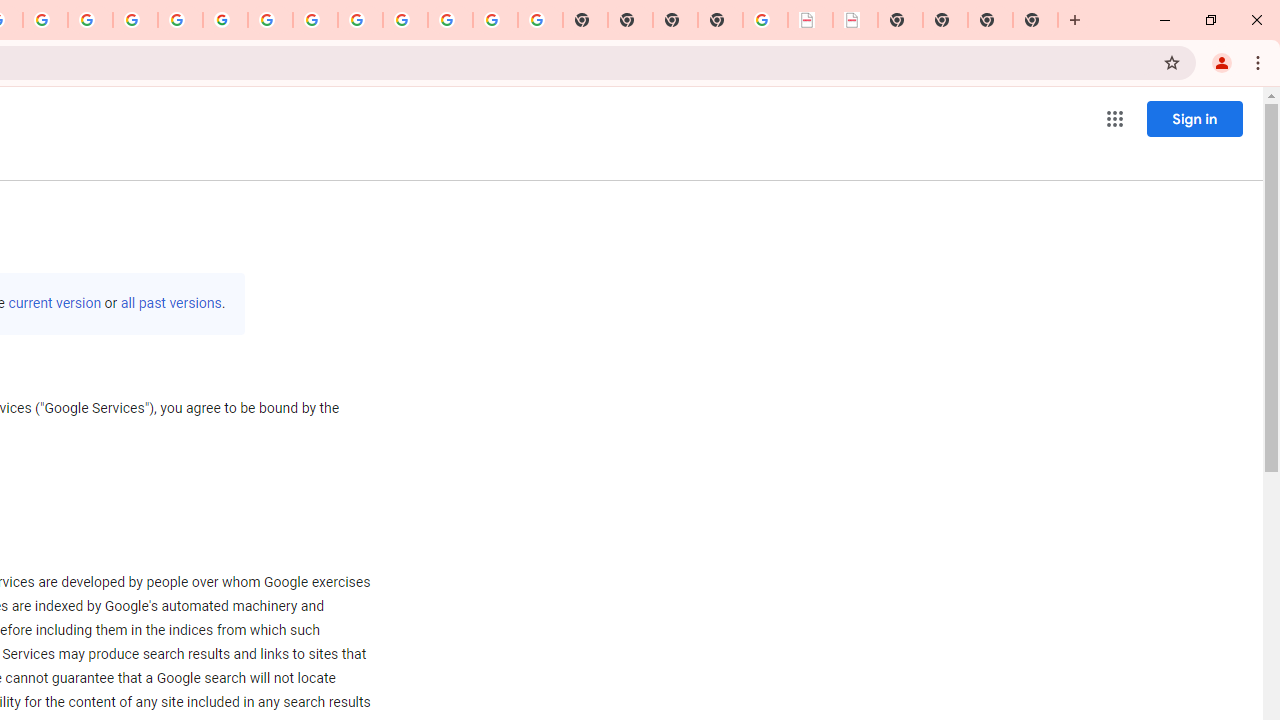  Describe the element at coordinates (89, 20) in the screenshot. I see `'Privacy Help Center - Policies Help'` at that location.